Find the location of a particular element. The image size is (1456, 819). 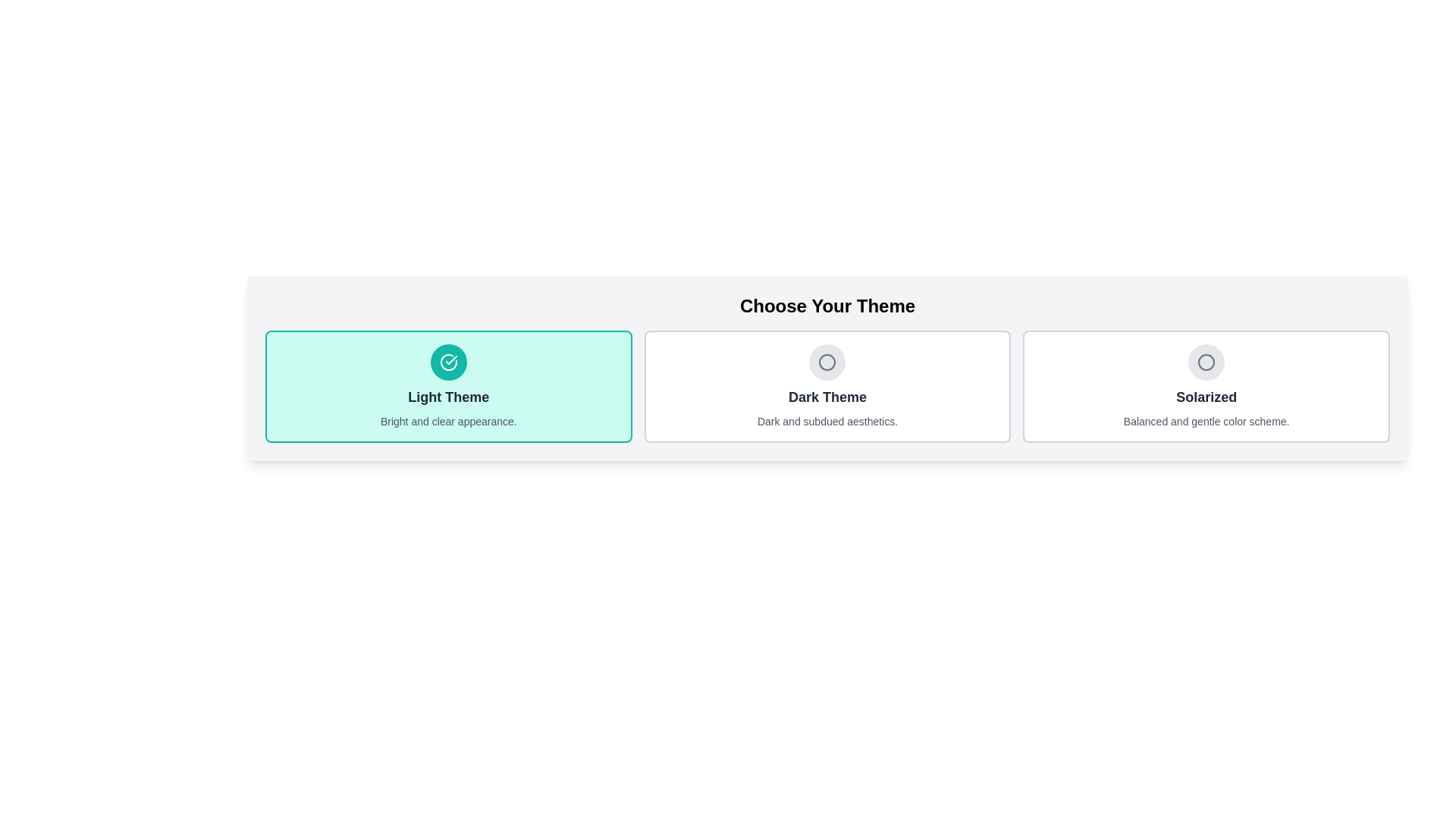

text label component displaying 'Solarized' in dark gray font, positioned below a circular icon and above the descriptive text segment is located at coordinates (1206, 397).